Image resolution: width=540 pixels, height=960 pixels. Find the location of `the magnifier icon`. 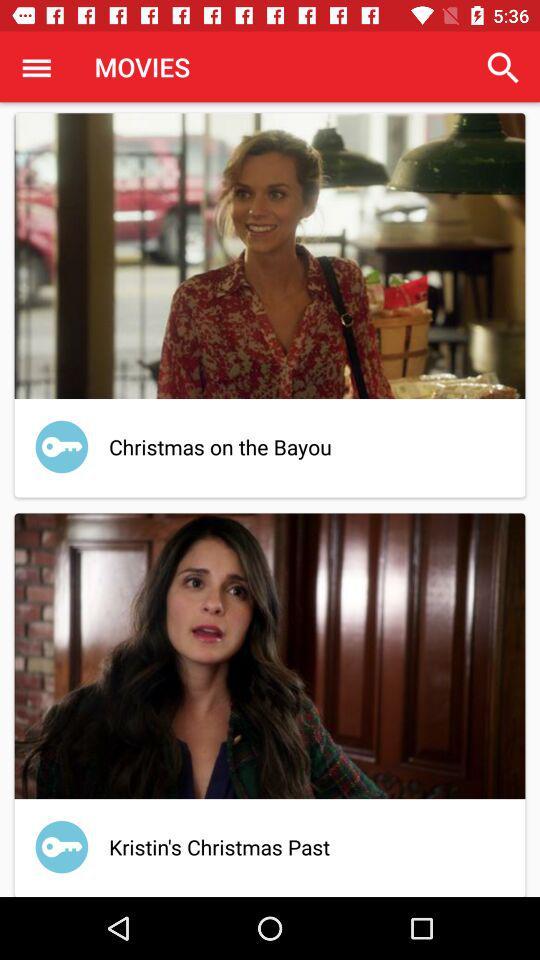

the magnifier icon is located at coordinates (502, 67).